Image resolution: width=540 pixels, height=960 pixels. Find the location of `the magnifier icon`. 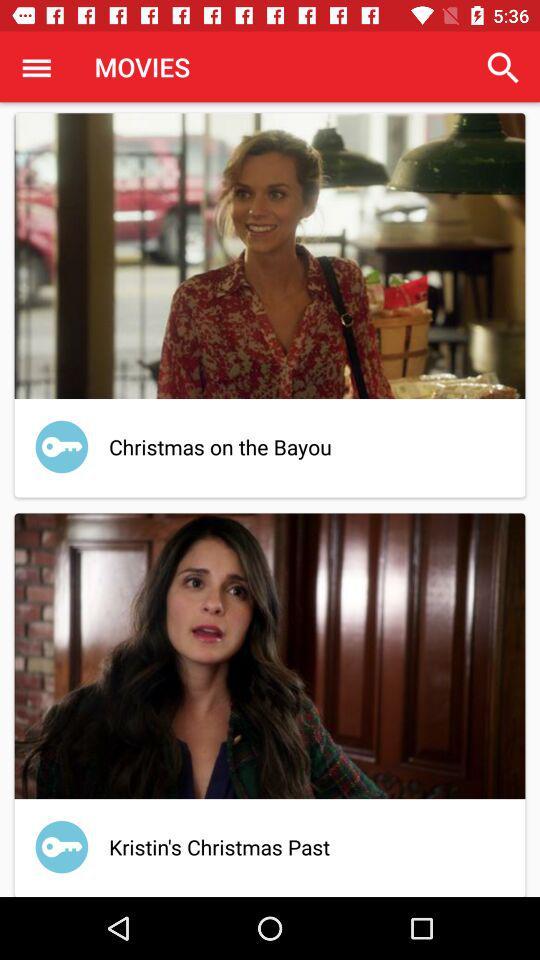

the magnifier icon is located at coordinates (502, 67).